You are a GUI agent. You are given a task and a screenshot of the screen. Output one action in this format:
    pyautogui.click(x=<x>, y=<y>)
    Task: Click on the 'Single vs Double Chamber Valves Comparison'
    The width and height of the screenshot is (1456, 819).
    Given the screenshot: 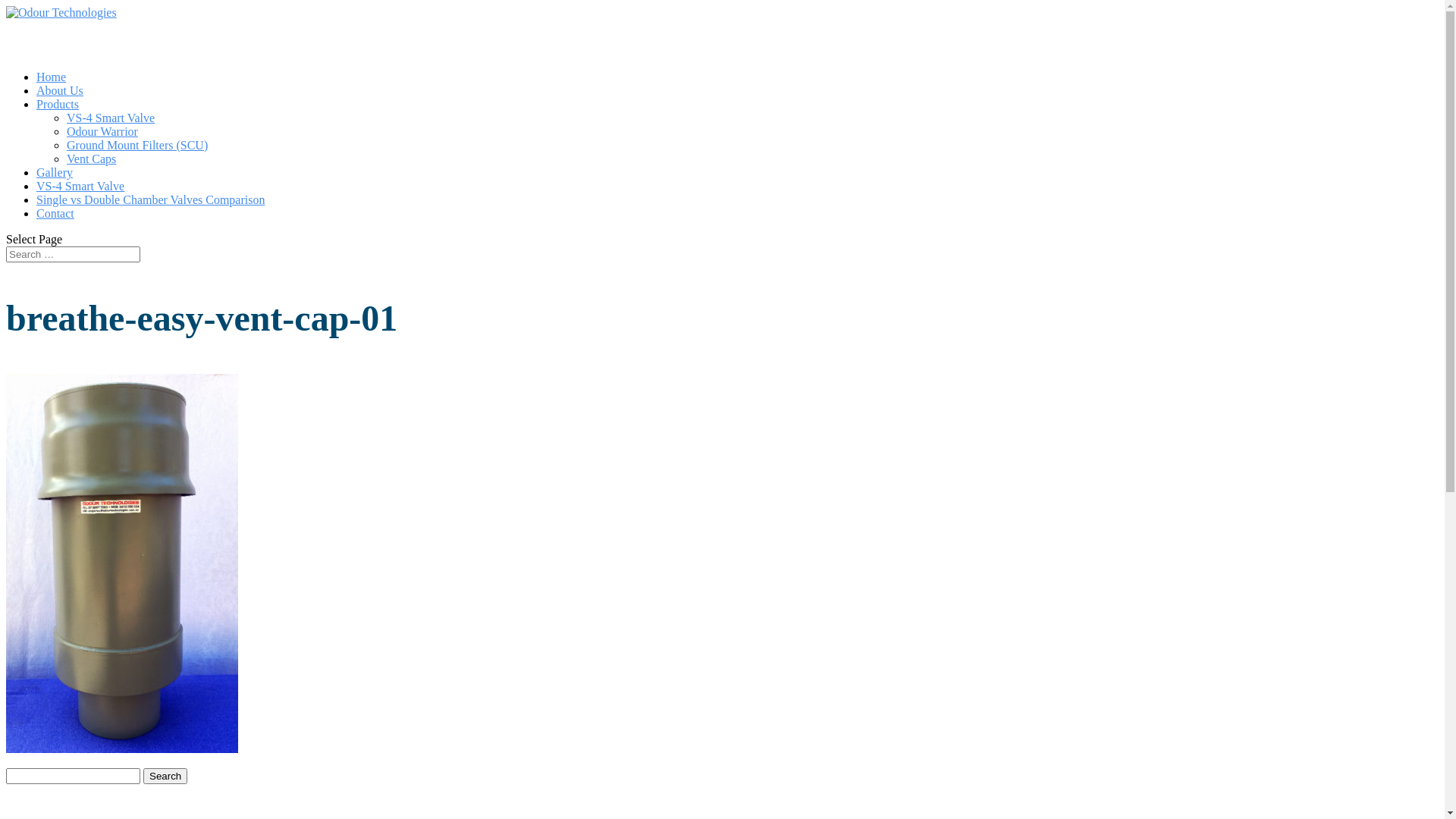 What is the action you would take?
    pyautogui.click(x=150, y=219)
    